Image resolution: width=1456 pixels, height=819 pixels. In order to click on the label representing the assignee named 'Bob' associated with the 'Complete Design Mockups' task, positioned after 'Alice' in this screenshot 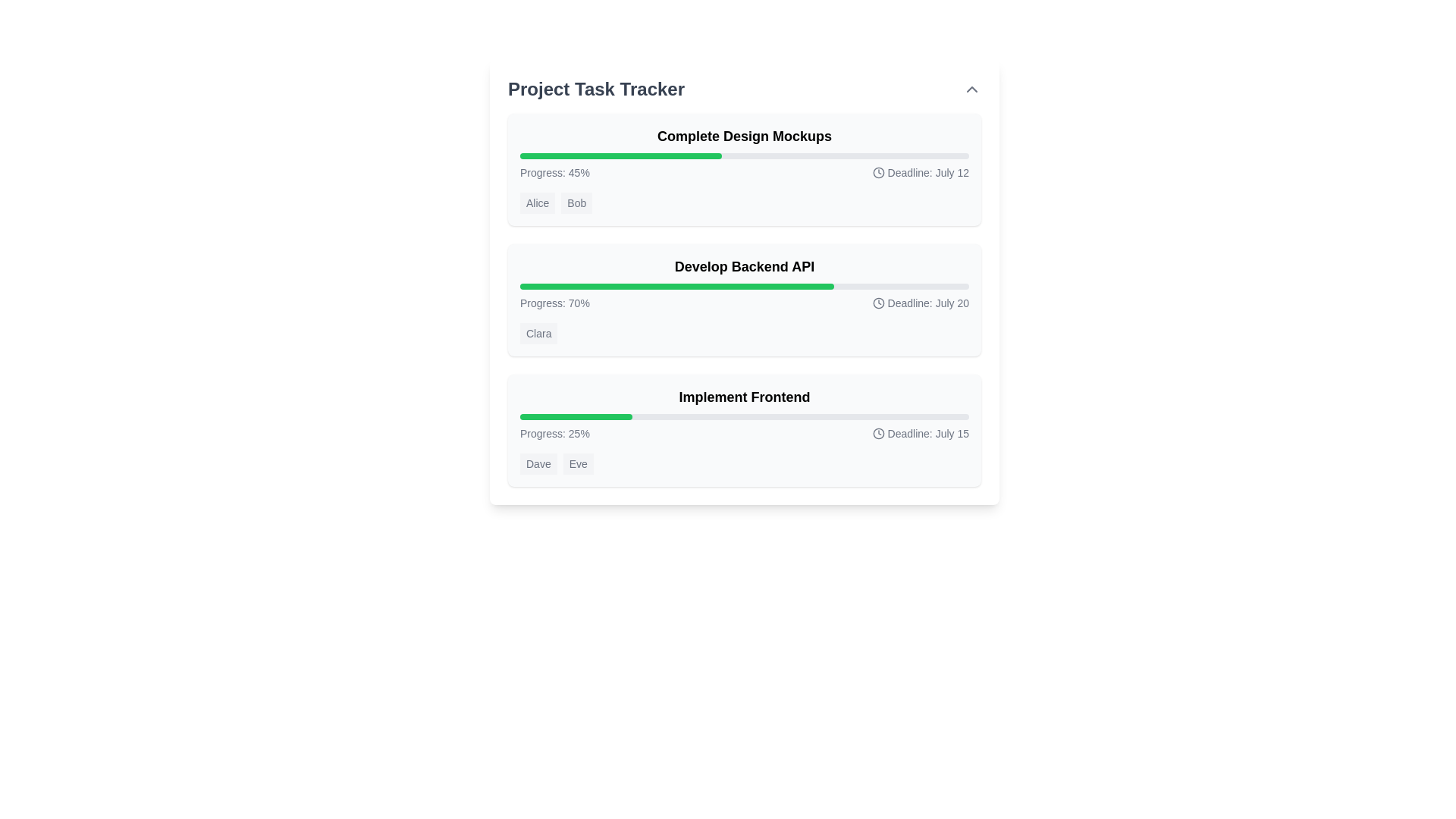, I will do `click(576, 202)`.